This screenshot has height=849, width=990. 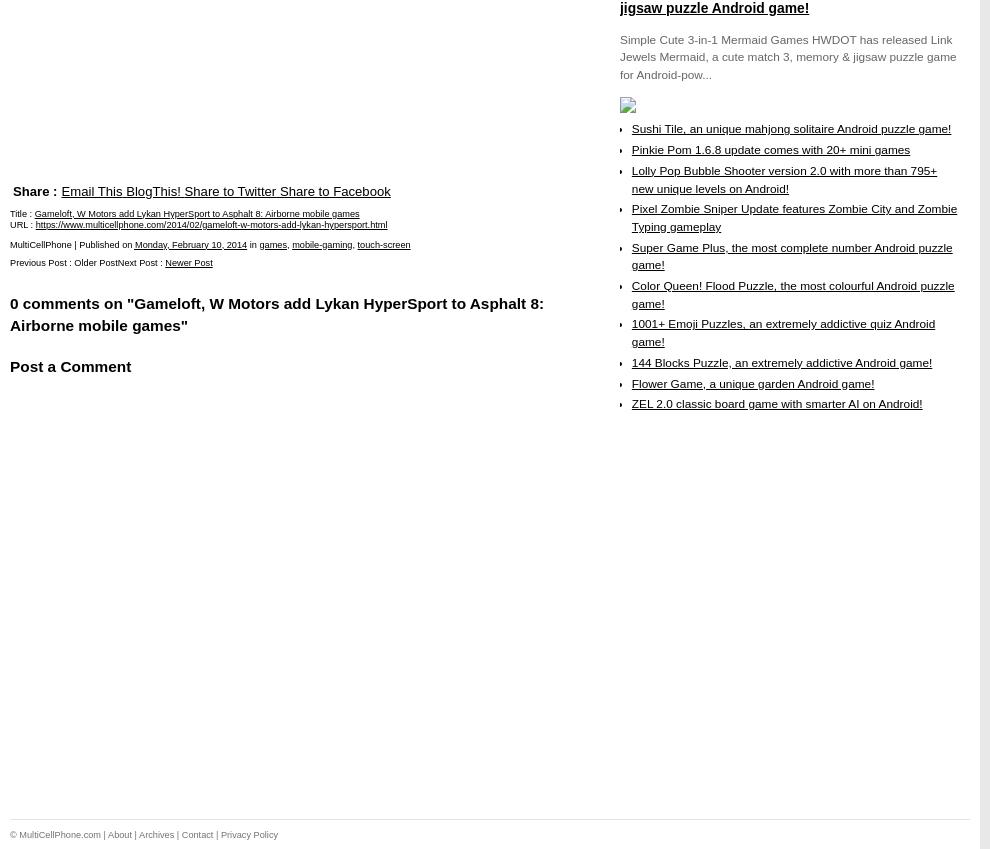 What do you see at coordinates (277, 312) in the screenshot?
I see `'0
comments on "Gameloft, W Motors add Lykan HyperSport to Asphalt 8: Airborne mobile games"'` at bounding box center [277, 312].